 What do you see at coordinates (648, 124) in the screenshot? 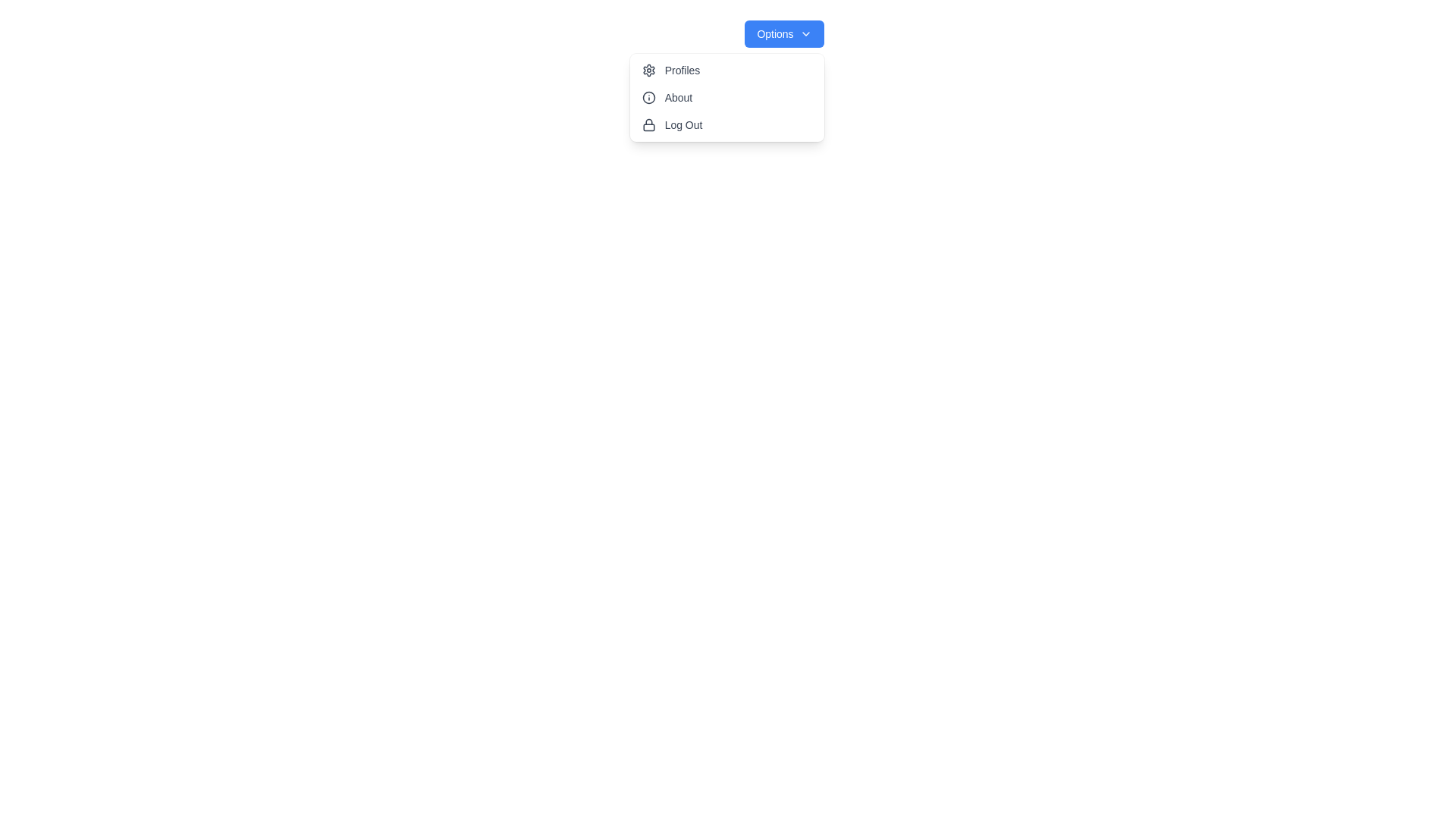
I see `the lock icon located to the left of the 'Log Out' text in the dropdown menu, which represents security or logout actions` at bounding box center [648, 124].